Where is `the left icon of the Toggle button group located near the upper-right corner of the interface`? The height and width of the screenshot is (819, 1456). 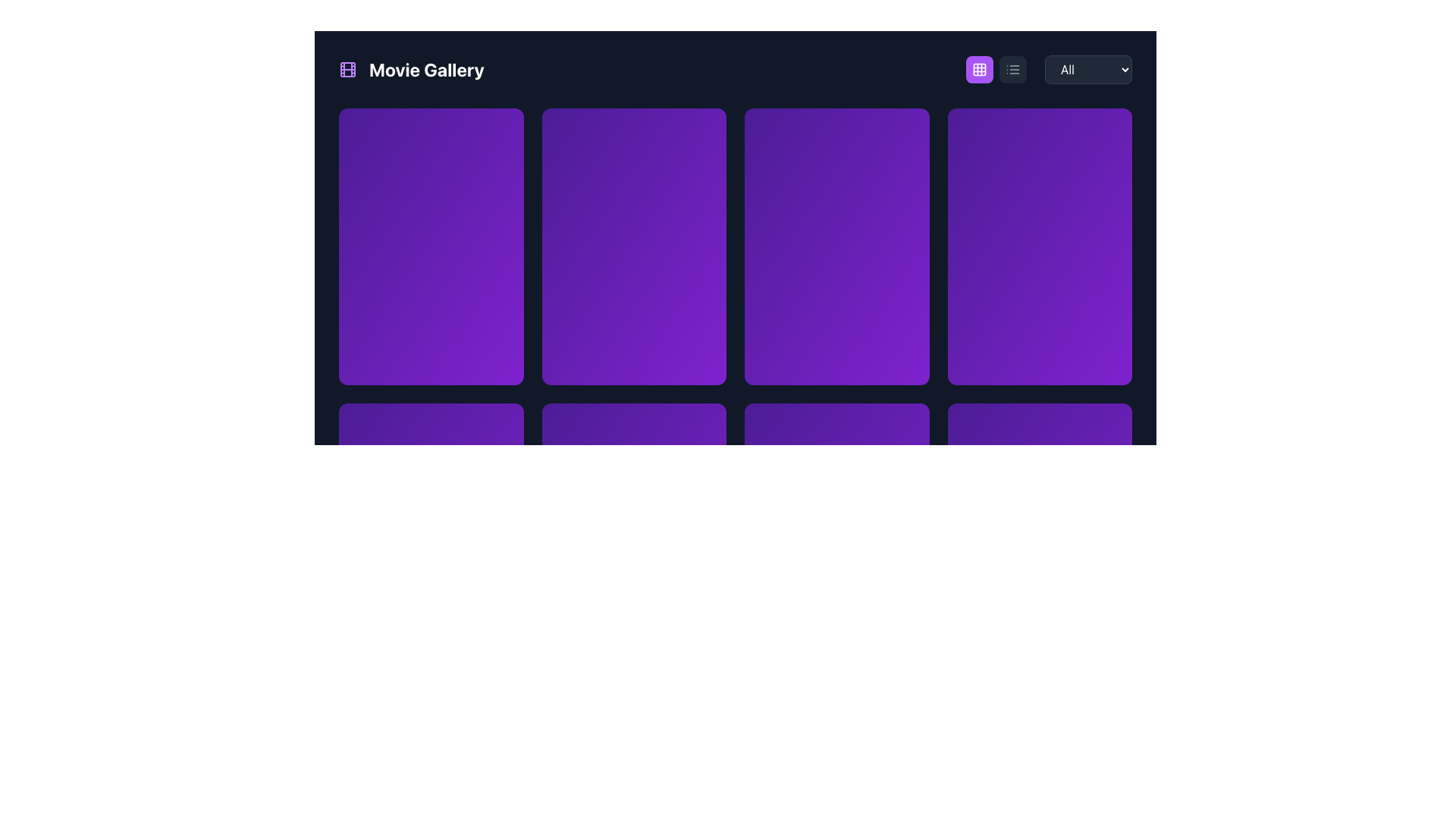 the left icon of the Toggle button group located near the upper-right corner of the interface is located at coordinates (996, 70).